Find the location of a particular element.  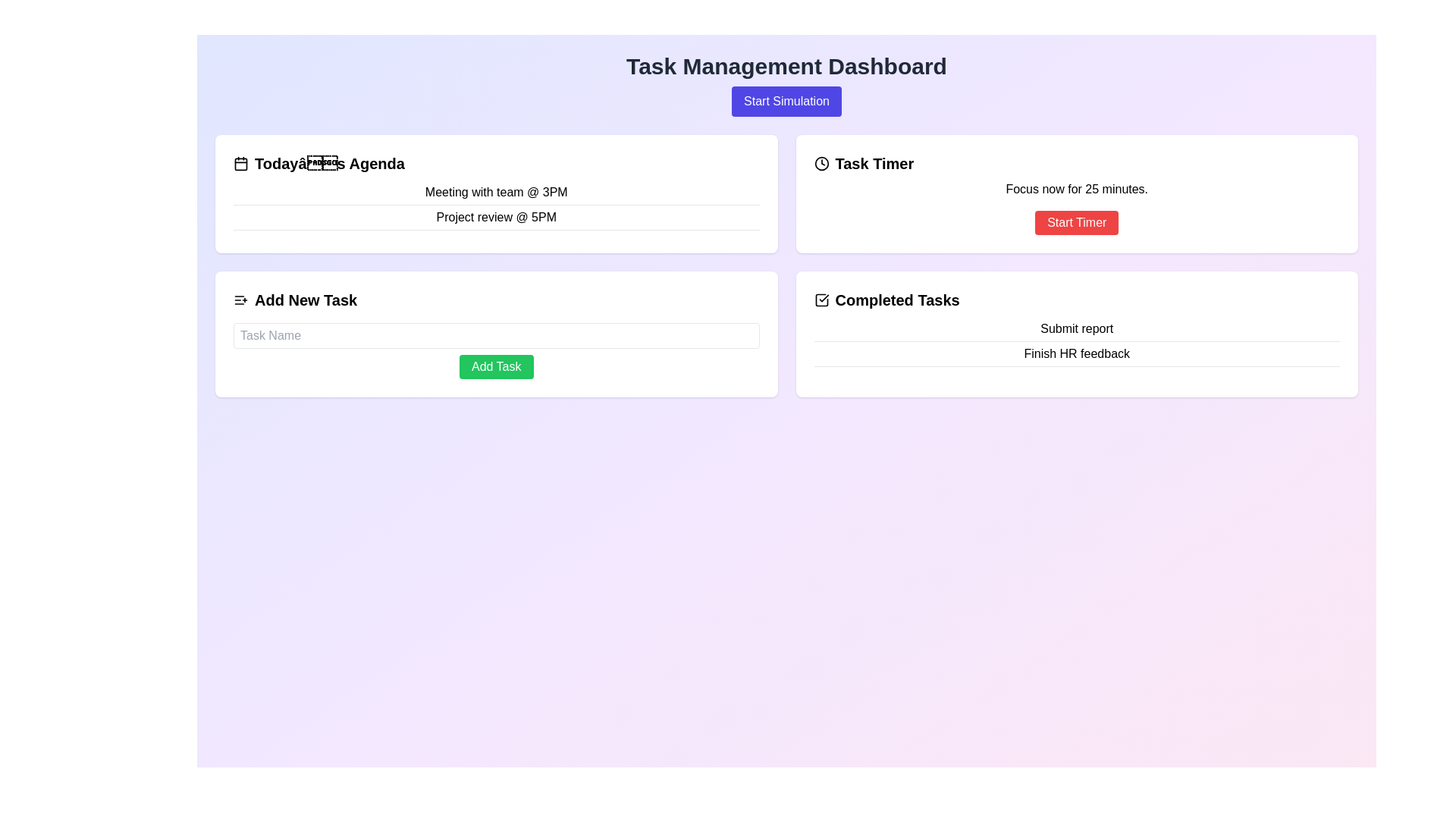

the static text component that serves as the title or header of the dashboard, located near the center of the topmost section of the interface is located at coordinates (786, 66).